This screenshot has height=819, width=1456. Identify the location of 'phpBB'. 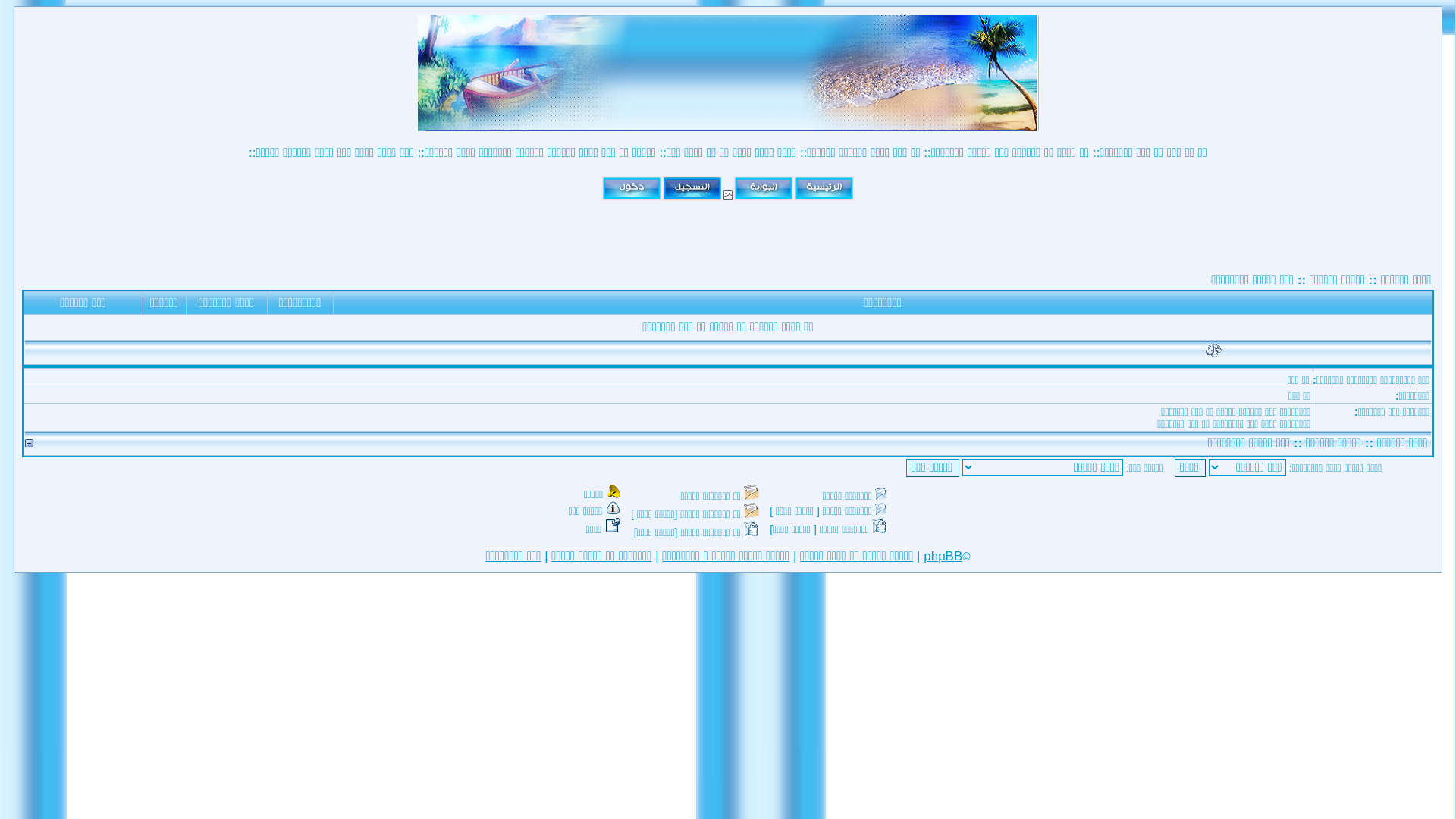
(942, 556).